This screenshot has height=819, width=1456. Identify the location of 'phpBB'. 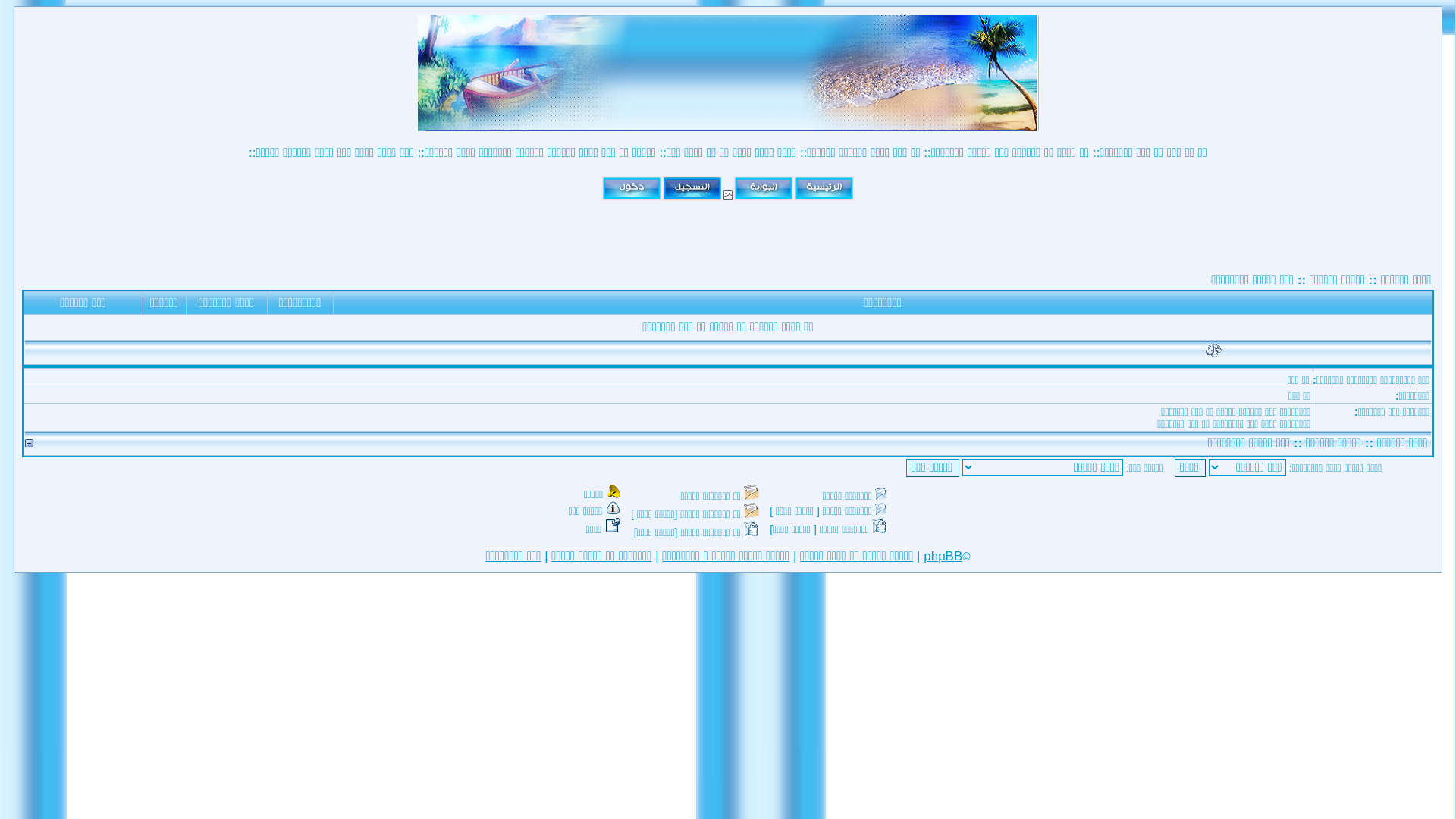
(942, 556).